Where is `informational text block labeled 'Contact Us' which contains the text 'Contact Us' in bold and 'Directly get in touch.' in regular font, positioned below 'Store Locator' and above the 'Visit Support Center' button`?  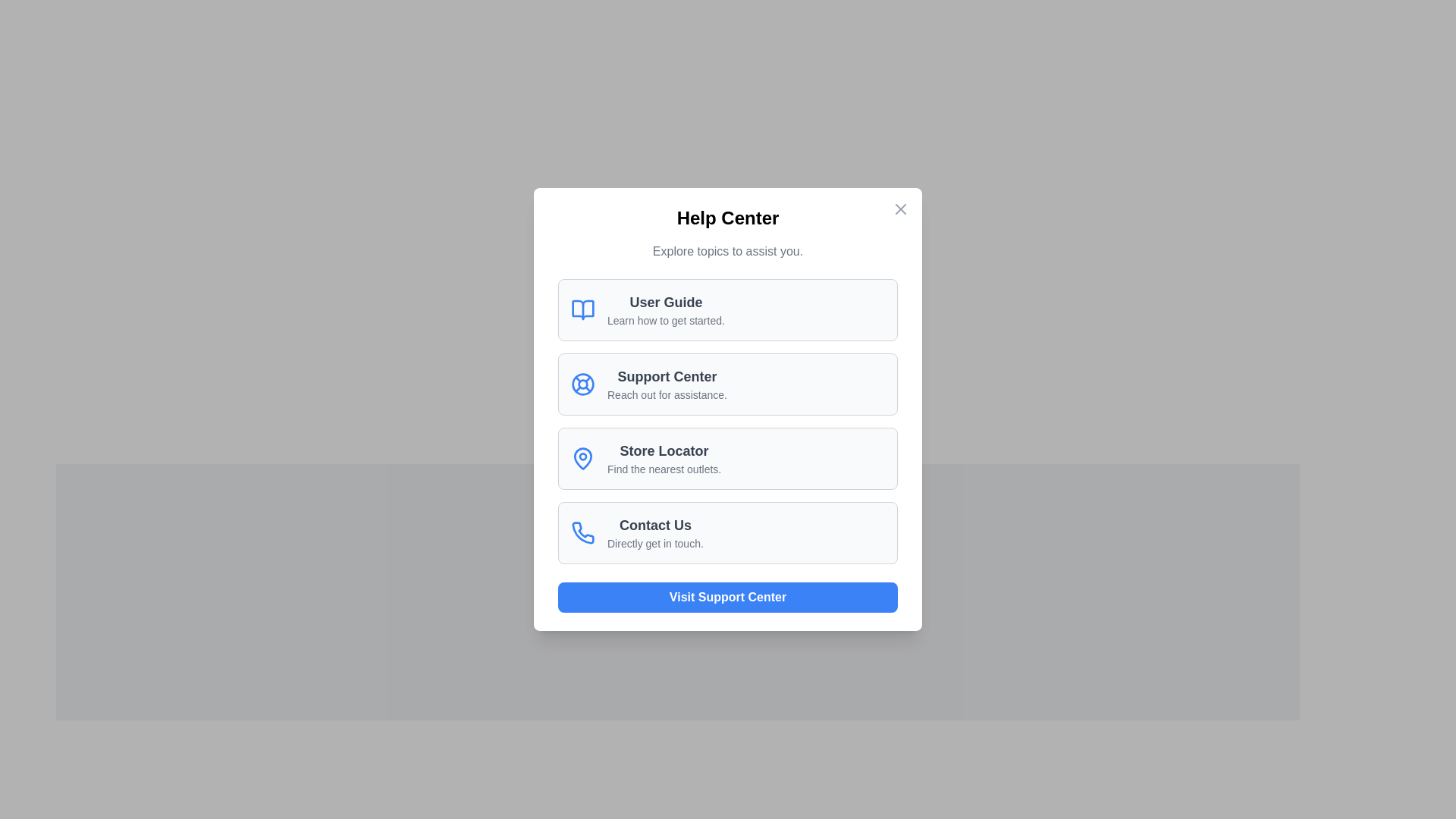 informational text block labeled 'Contact Us' which contains the text 'Contact Us' in bold and 'Directly get in touch.' in regular font, positioned below 'Store Locator' and above the 'Visit Support Center' button is located at coordinates (655, 532).